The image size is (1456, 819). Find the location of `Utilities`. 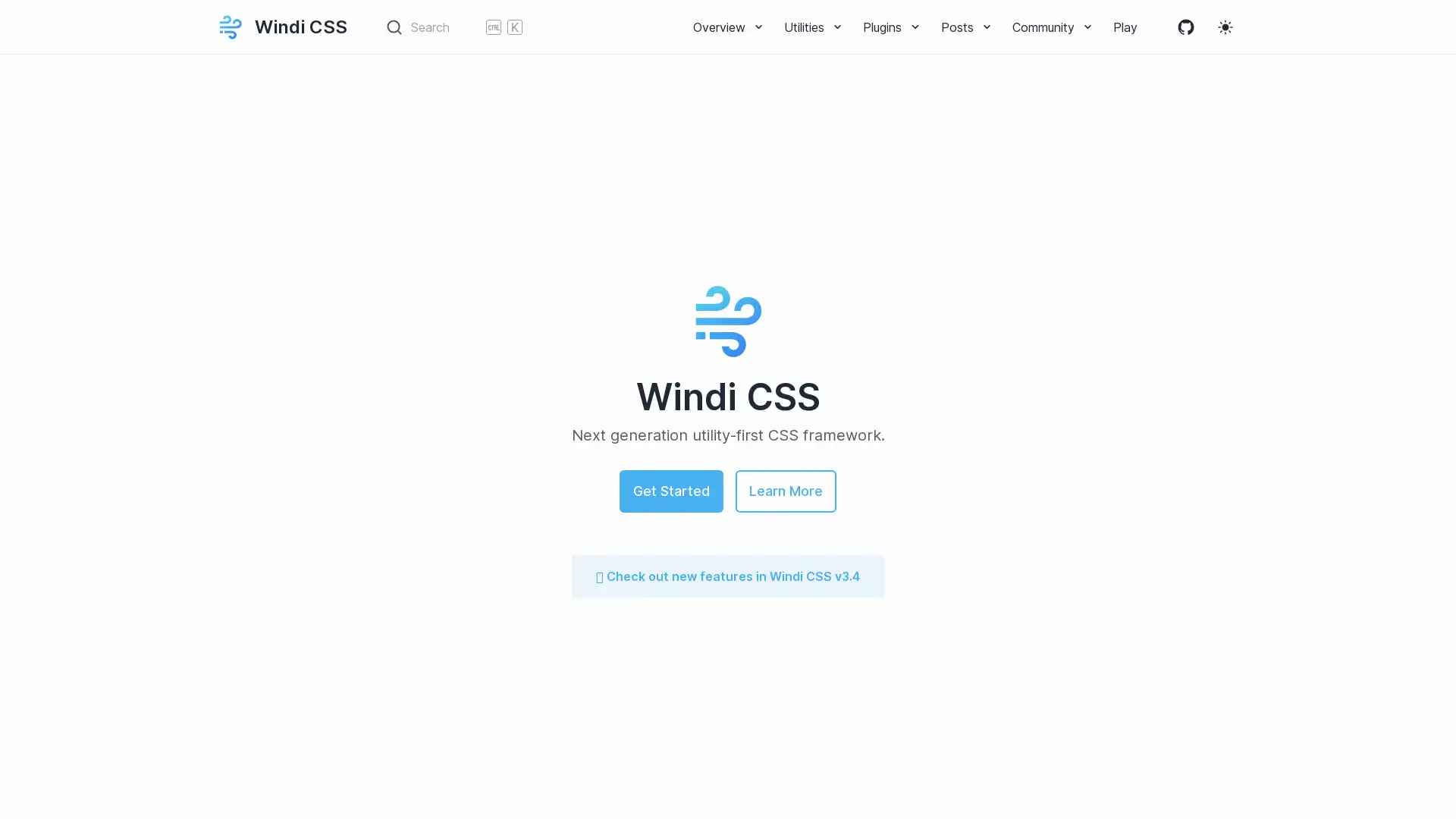

Utilities is located at coordinates (814, 26).